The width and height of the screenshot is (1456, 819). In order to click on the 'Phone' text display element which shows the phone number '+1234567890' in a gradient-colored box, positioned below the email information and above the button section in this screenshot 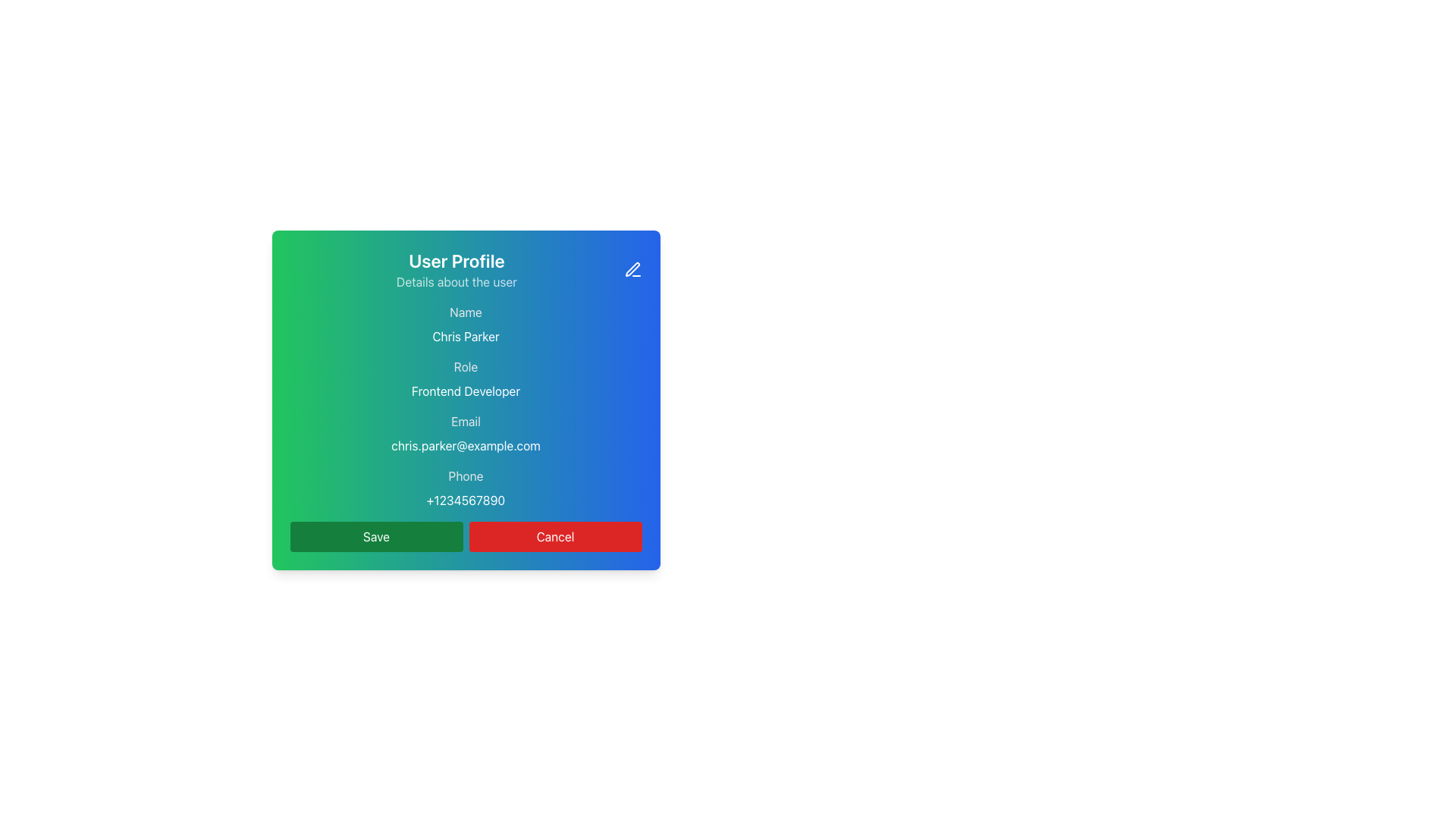, I will do `click(465, 488)`.